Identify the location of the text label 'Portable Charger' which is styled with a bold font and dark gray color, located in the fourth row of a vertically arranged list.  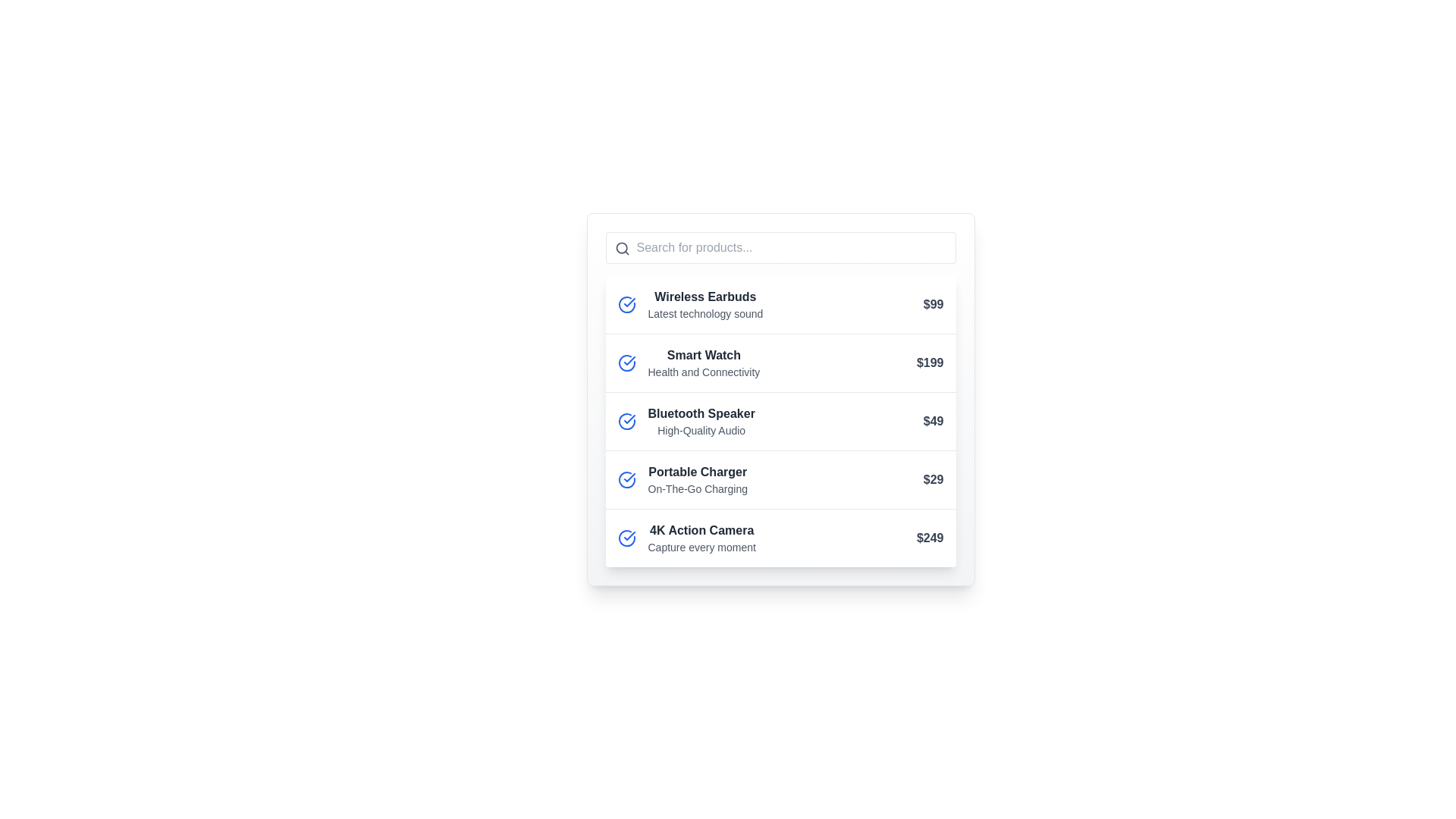
(697, 472).